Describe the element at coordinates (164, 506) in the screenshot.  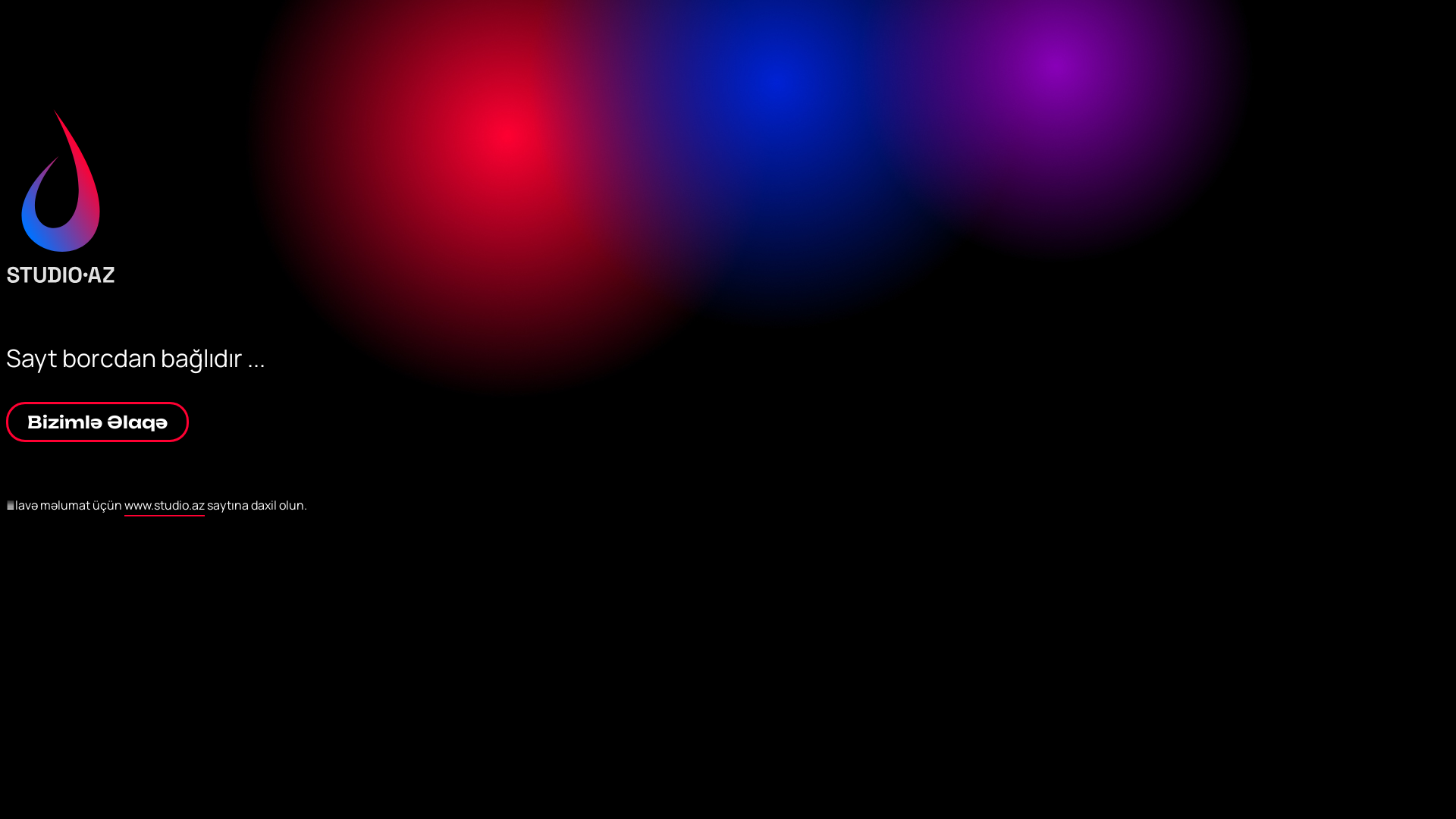
I see `'www.studio.az'` at that location.